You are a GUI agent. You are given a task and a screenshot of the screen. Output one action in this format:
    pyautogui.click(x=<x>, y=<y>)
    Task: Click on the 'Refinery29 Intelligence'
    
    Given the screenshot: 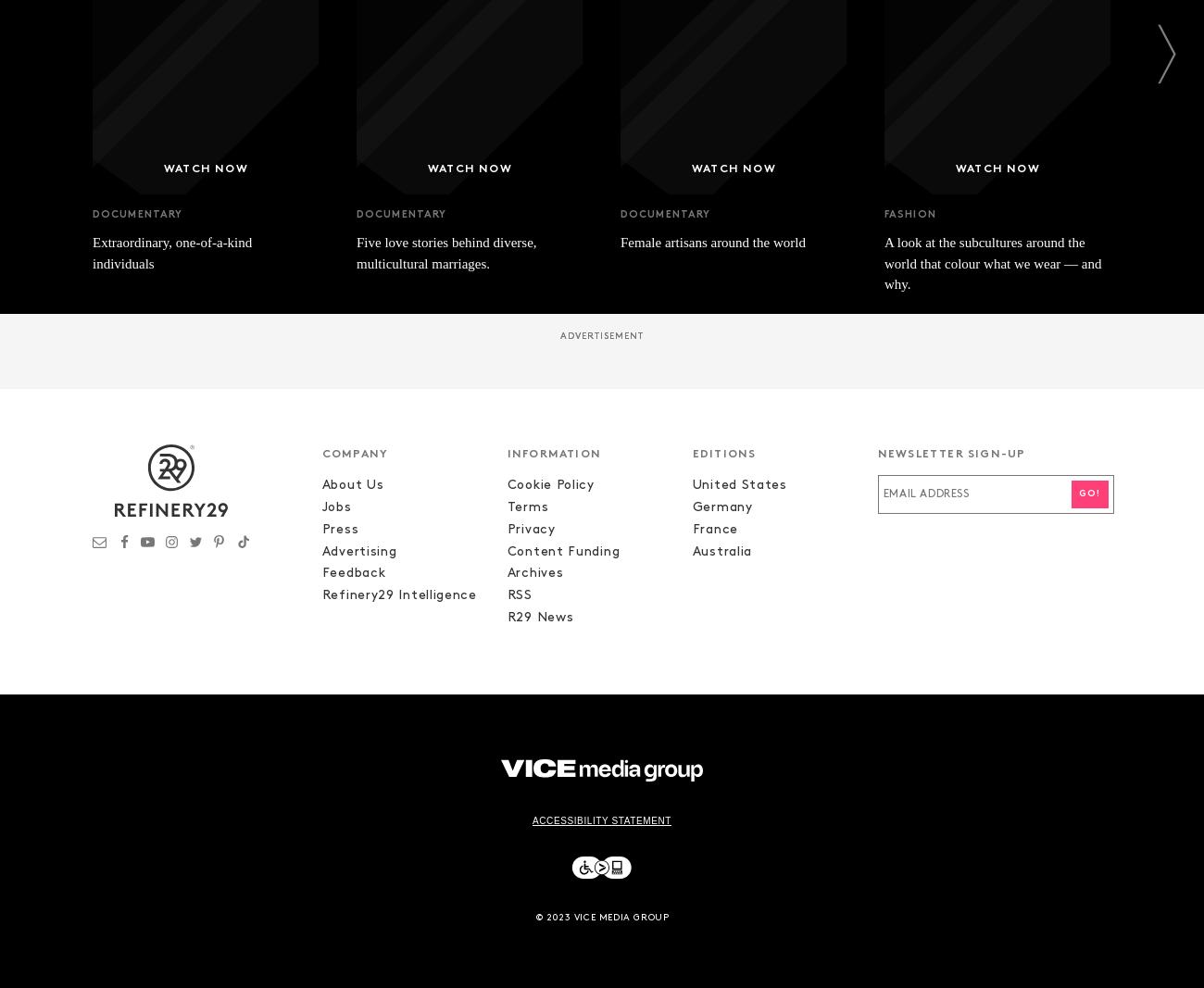 What is the action you would take?
    pyautogui.click(x=398, y=595)
    